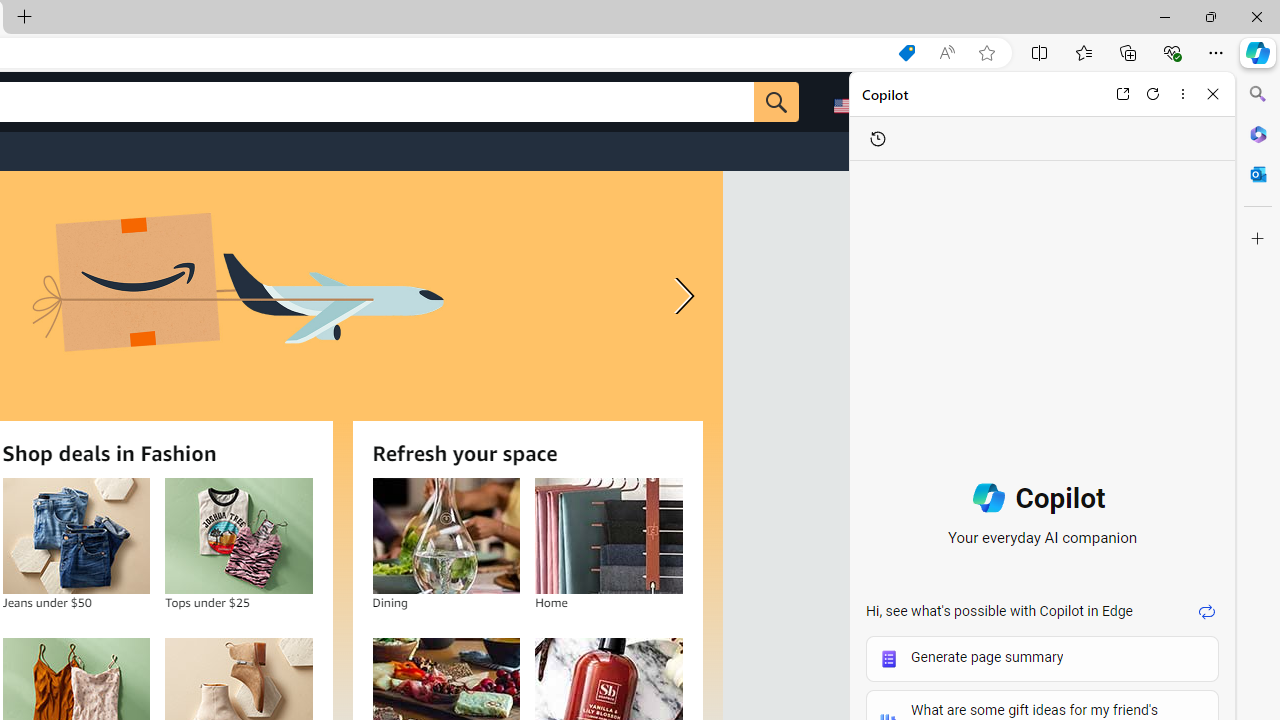 This screenshot has height=720, width=1280. Describe the element at coordinates (445, 535) in the screenshot. I see `'Dining'` at that location.